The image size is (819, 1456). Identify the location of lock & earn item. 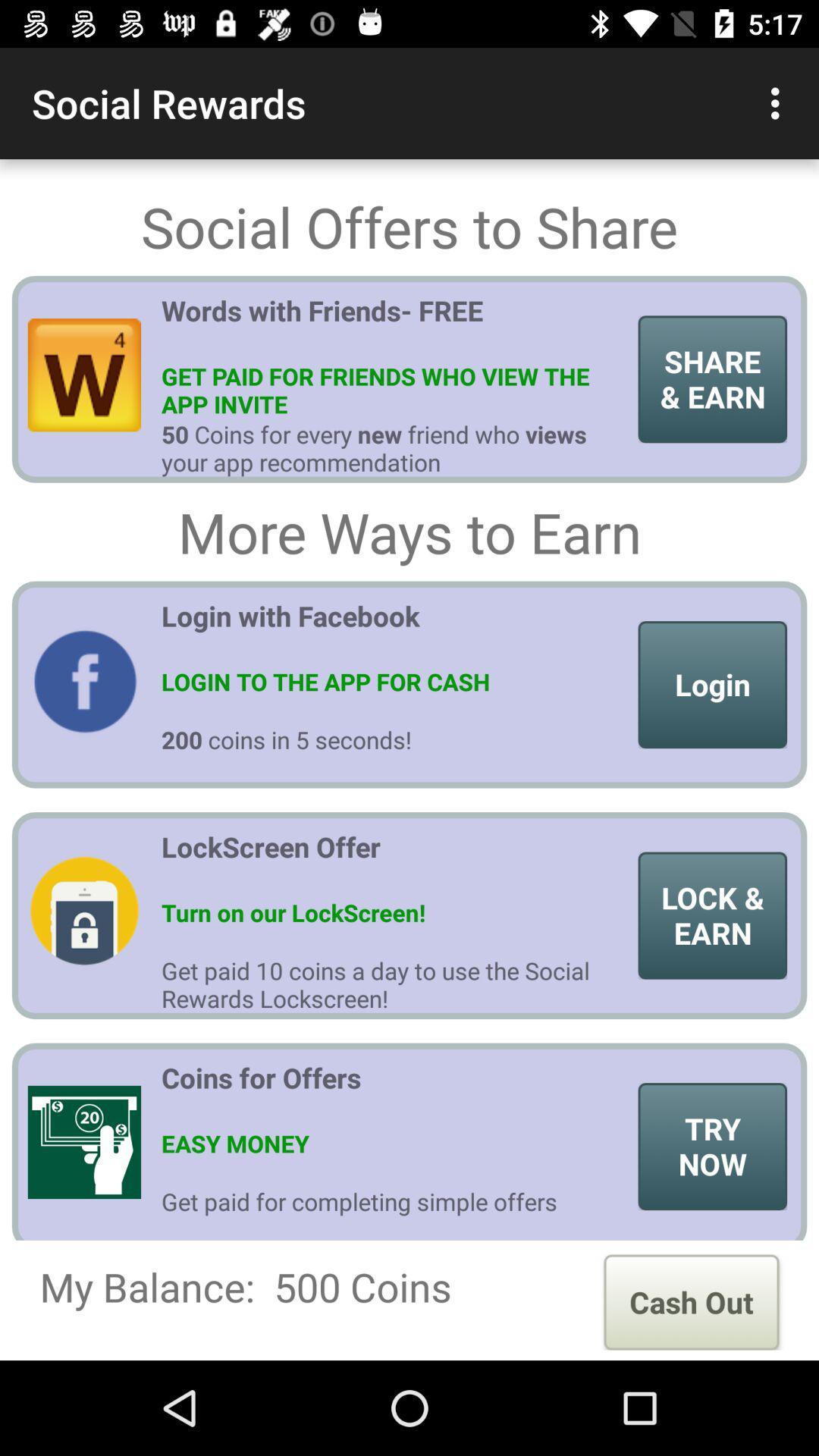
(712, 915).